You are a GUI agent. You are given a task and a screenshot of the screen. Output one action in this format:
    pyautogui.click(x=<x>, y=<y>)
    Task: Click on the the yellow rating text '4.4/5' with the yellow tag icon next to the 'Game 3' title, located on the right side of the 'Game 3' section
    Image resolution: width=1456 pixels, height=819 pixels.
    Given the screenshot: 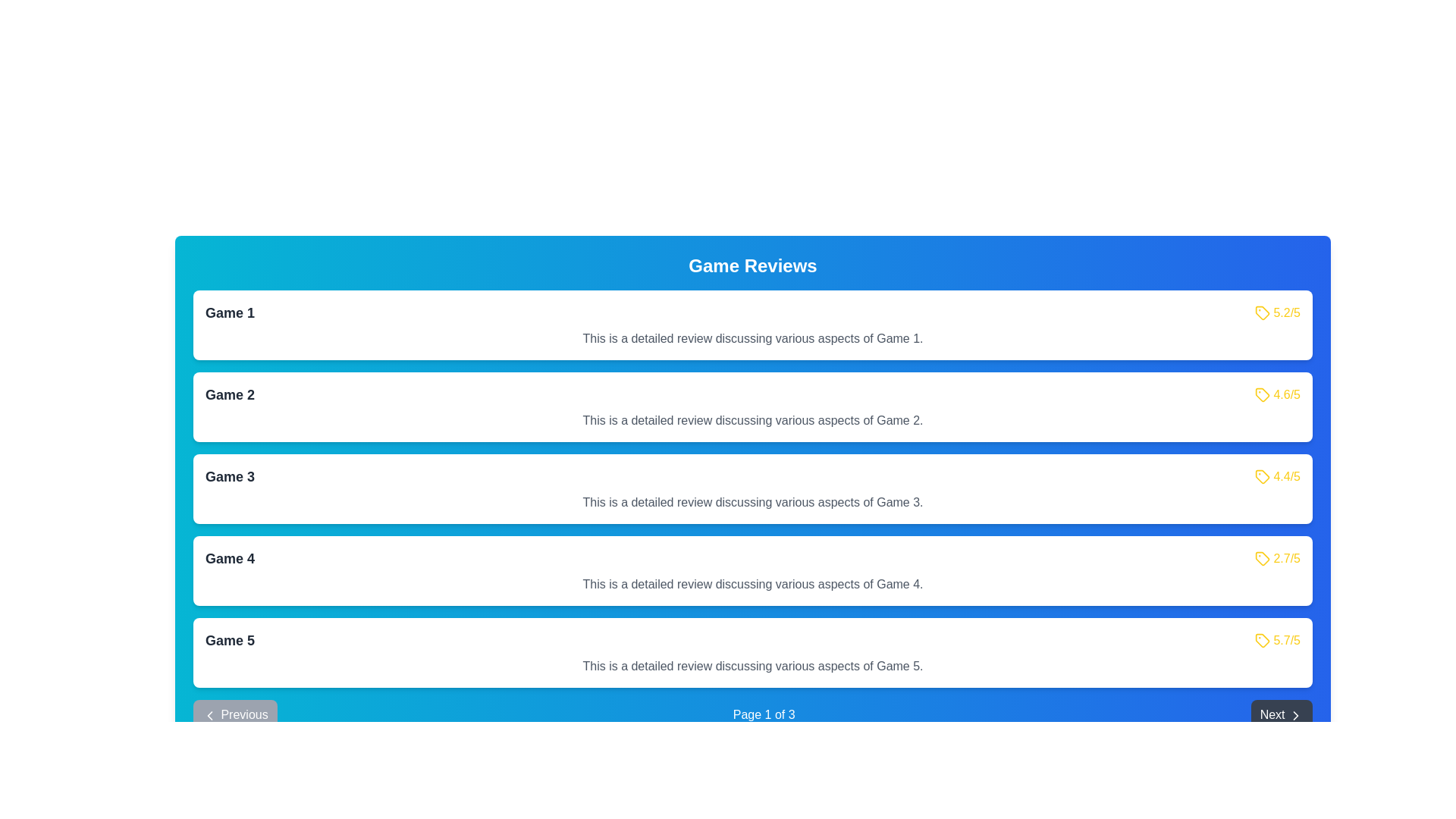 What is the action you would take?
    pyautogui.click(x=1277, y=475)
    